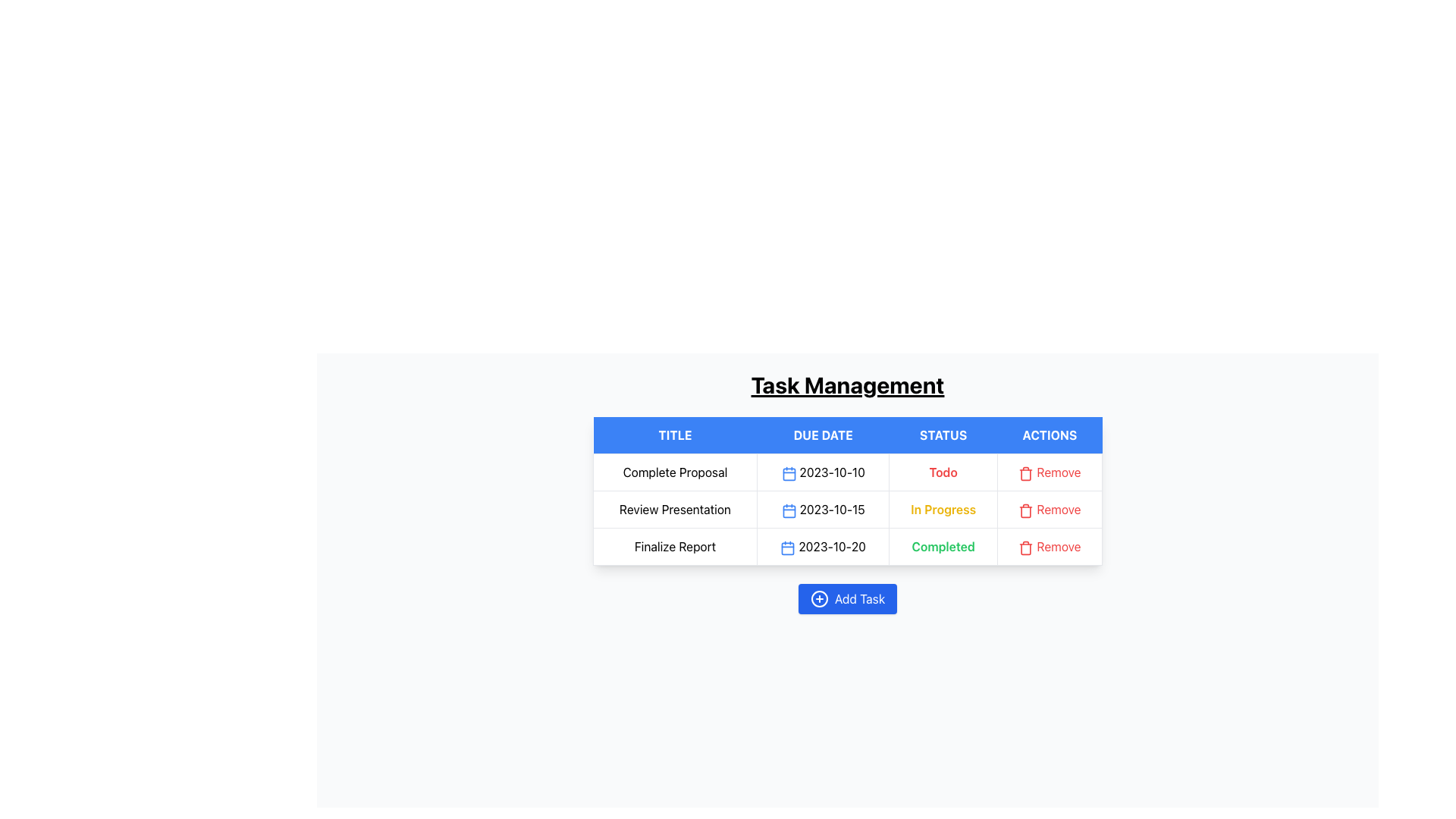 Image resolution: width=1456 pixels, height=819 pixels. Describe the element at coordinates (1048, 472) in the screenshot. I see `the delete button in the 'Actions' column of the first row in the task management table` at that location.